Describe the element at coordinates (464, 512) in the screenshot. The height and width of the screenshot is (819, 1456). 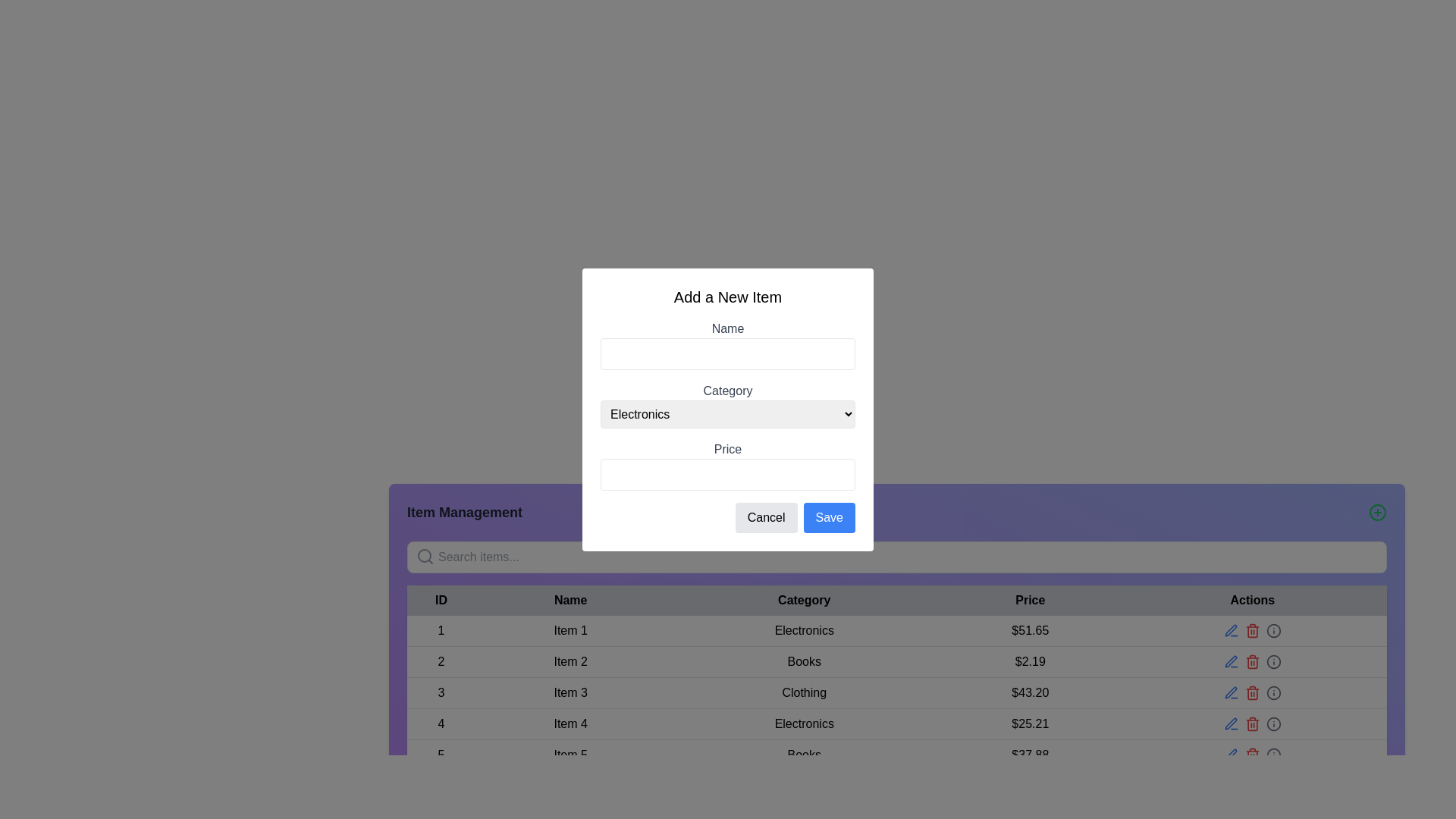
I see `the text label that serves as the title or header for the management interface, located in the top-left corner of its section` at that location.